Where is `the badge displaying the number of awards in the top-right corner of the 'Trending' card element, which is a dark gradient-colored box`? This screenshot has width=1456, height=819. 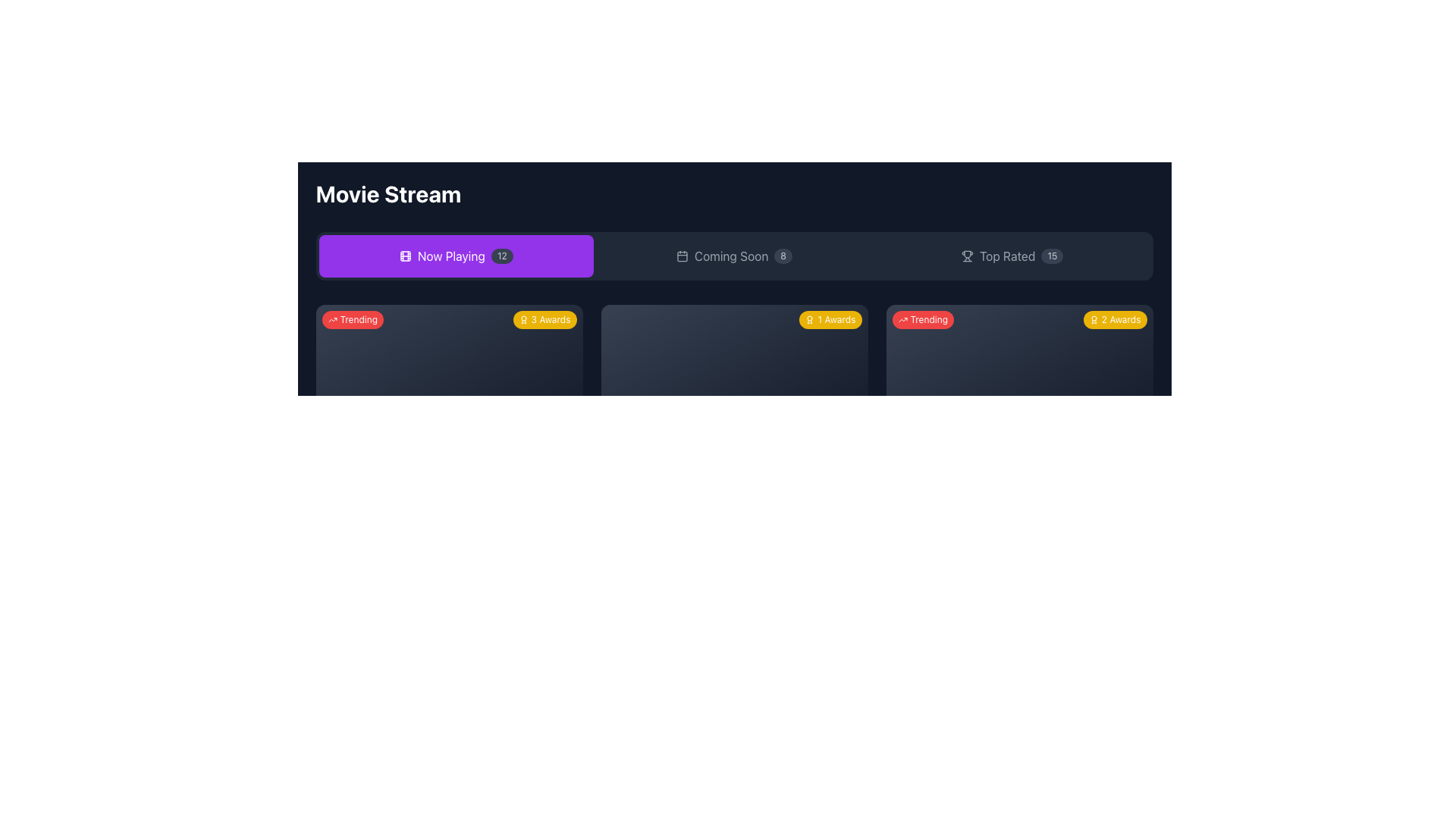
the badge displaying the number of awards in the top-right corner of the 'Trending' card element, which is a dark gradient-colored box is located at coordinates (544, 318).